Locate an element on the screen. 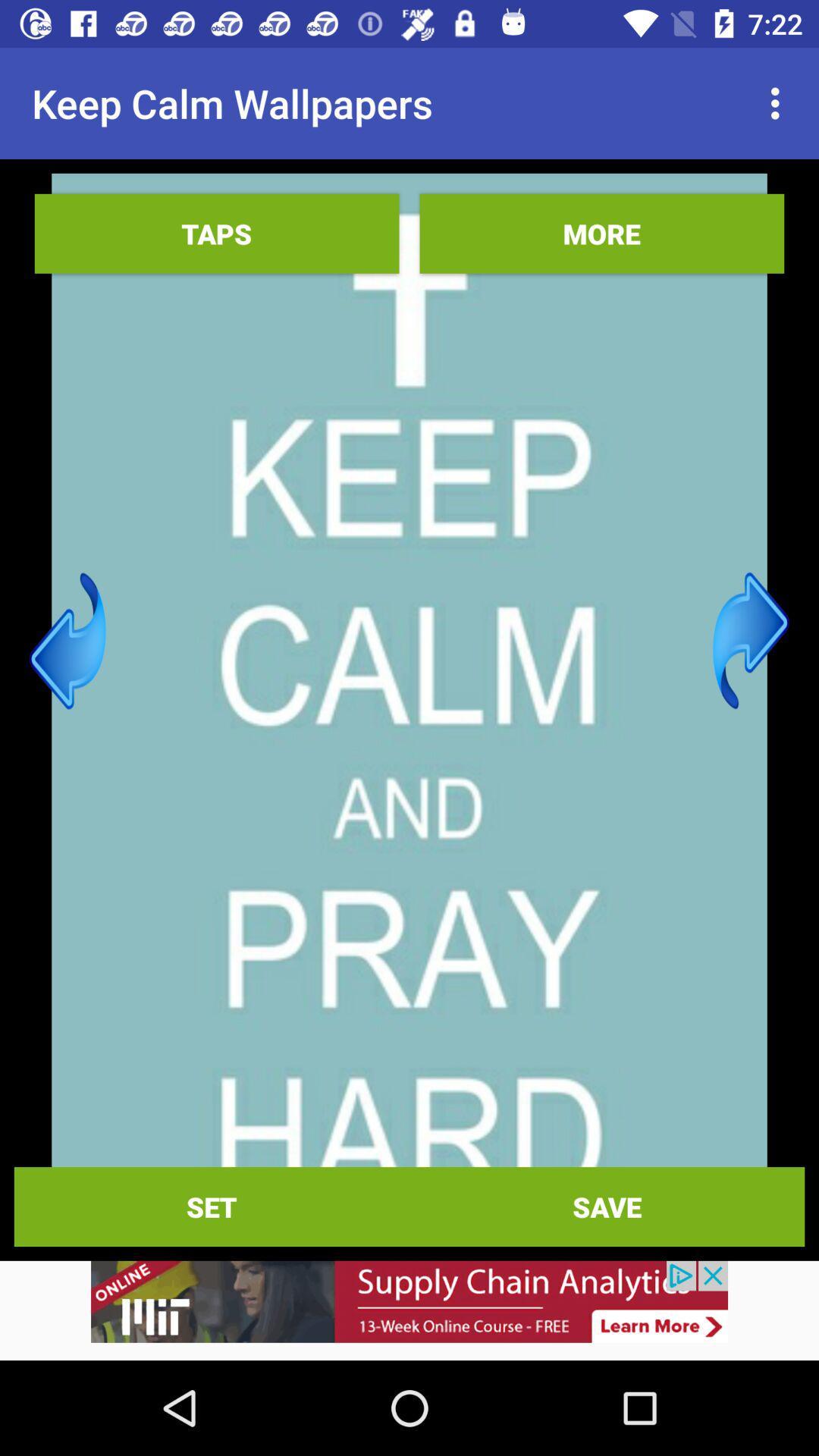  click advertisement is located at coordinates (409, 1310).